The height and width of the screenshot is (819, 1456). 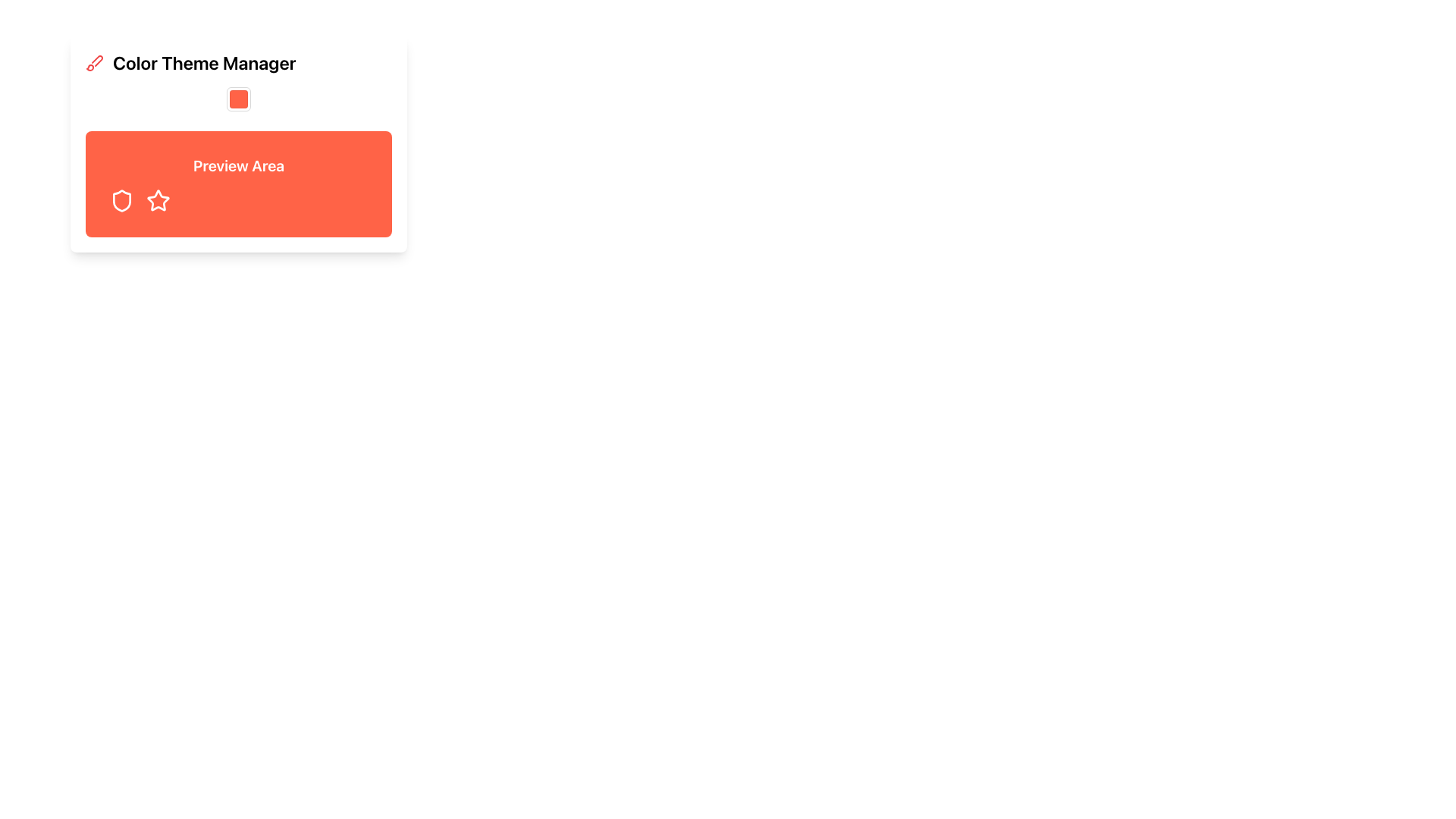 What do you see at coordinates (158, 200) in the screenshot?
I see `the star-shaped icon with a white outline and orange fill, located below the 'Preview Area' text, to interact with it` at bounding box center [158, 200].